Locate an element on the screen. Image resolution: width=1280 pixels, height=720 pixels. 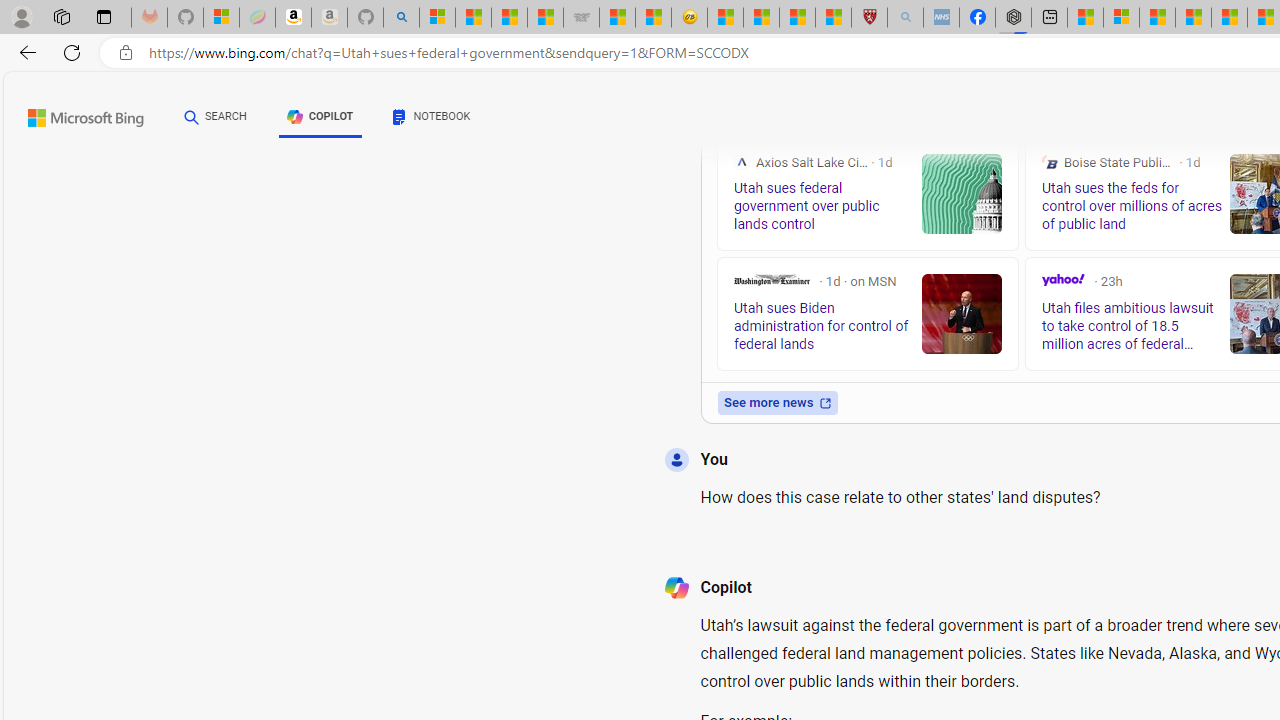
'Axios Salt Lake City on MSN' is located at coordinates (740, 161).